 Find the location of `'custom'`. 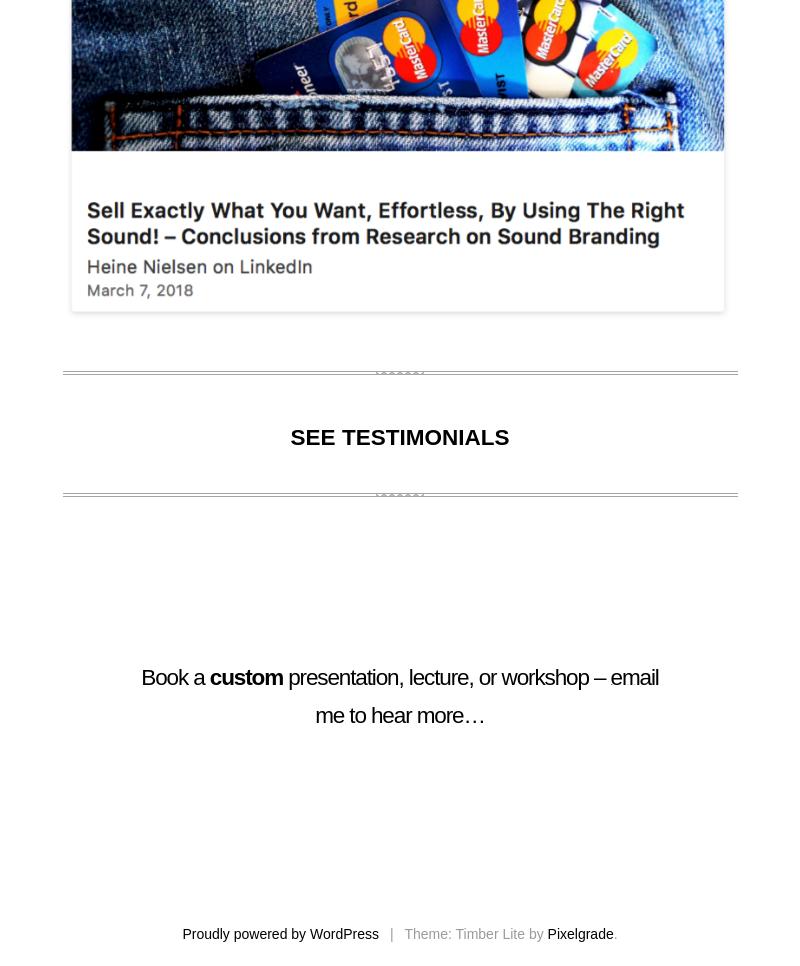

'custom' is located at coordinates (245, 677).